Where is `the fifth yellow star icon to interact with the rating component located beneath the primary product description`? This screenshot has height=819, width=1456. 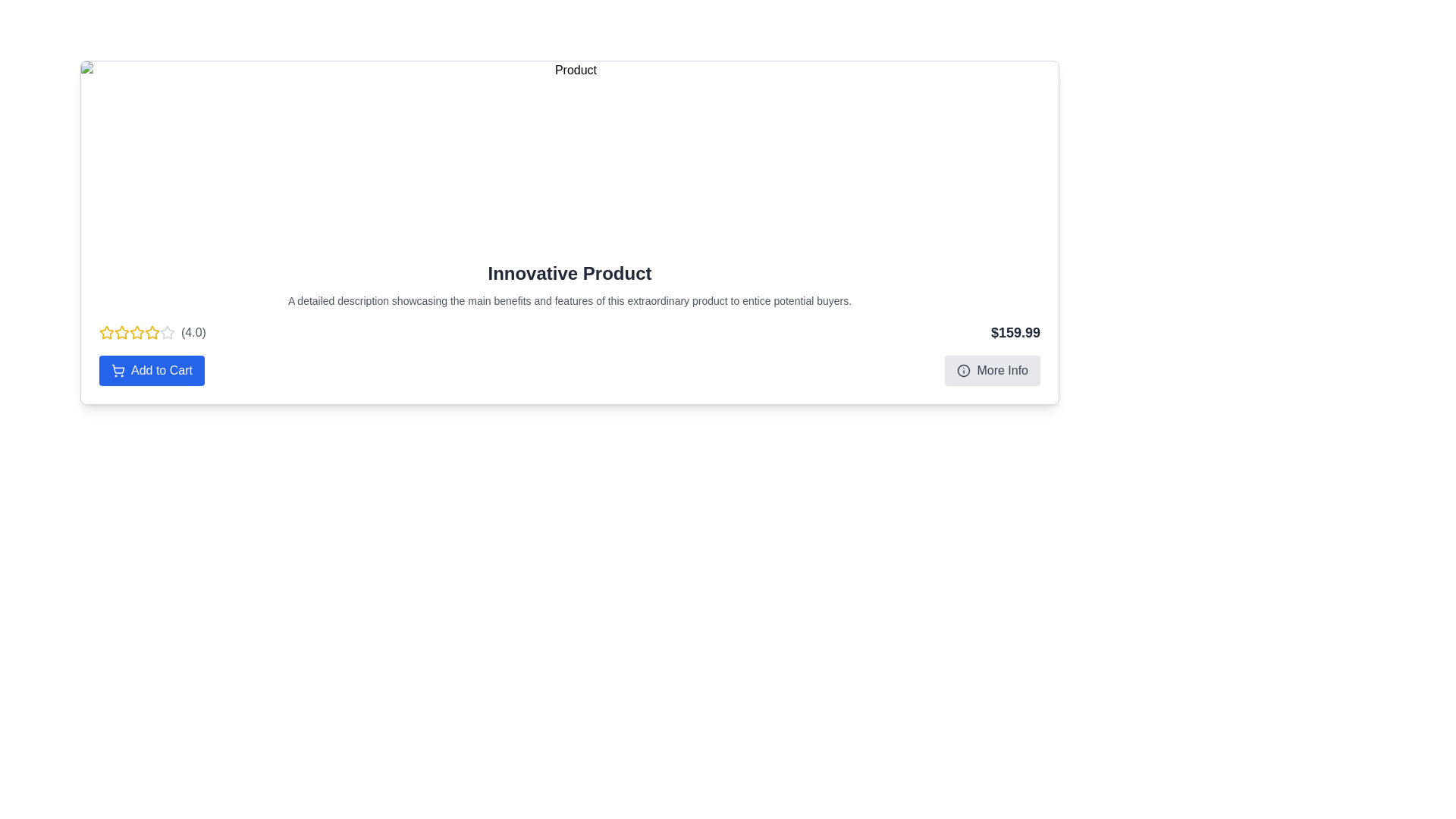 the fifth yellow star icon to interact with the rating component located beneath the primary product description is located at coordinates (137, 332).